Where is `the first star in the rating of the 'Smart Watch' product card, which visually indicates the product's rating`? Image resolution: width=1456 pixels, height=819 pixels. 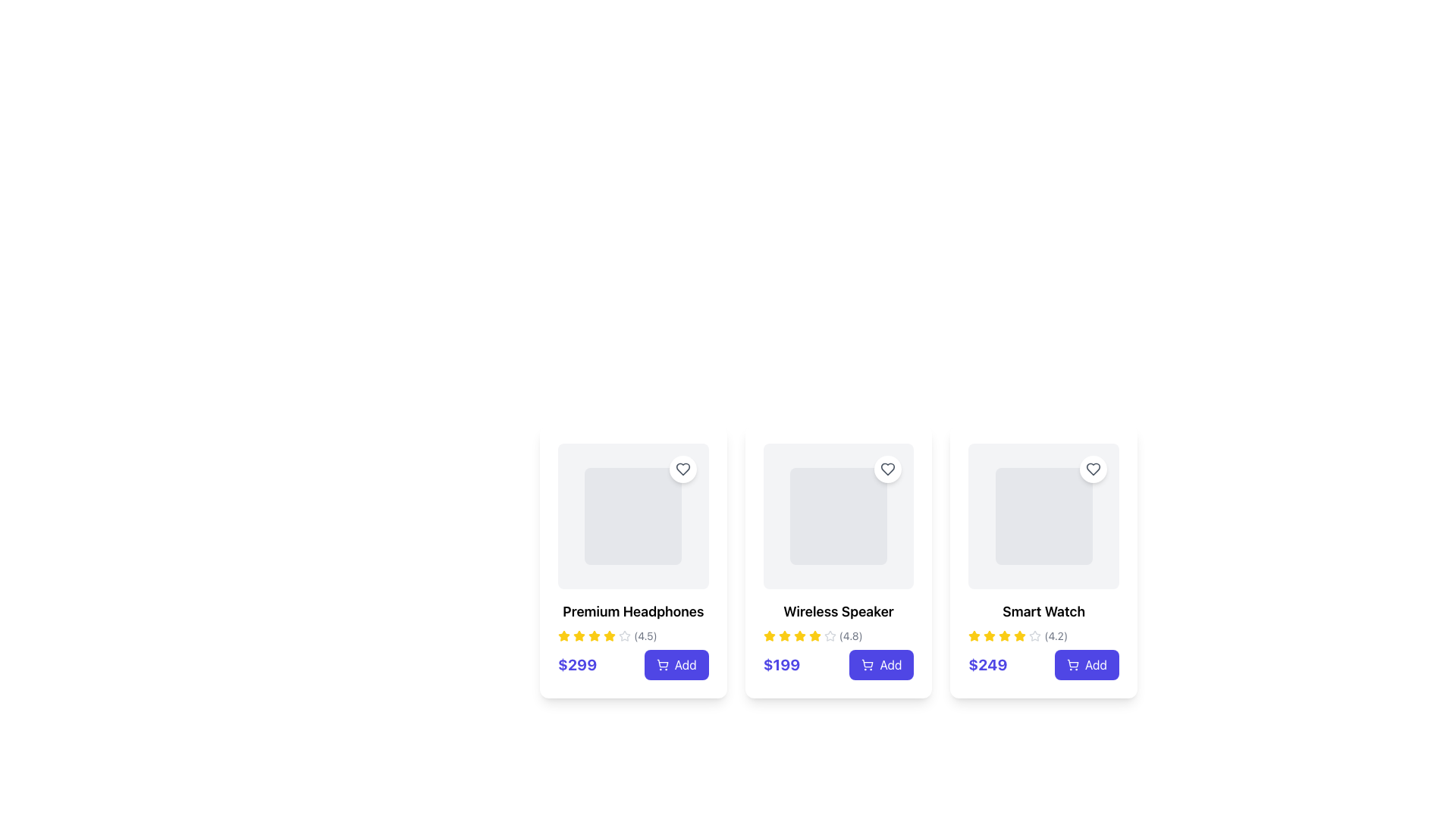
the first star in the rating of the 'Smart Watch' product card, which visually indicates the product's rating is located at coordinates (974, 636).